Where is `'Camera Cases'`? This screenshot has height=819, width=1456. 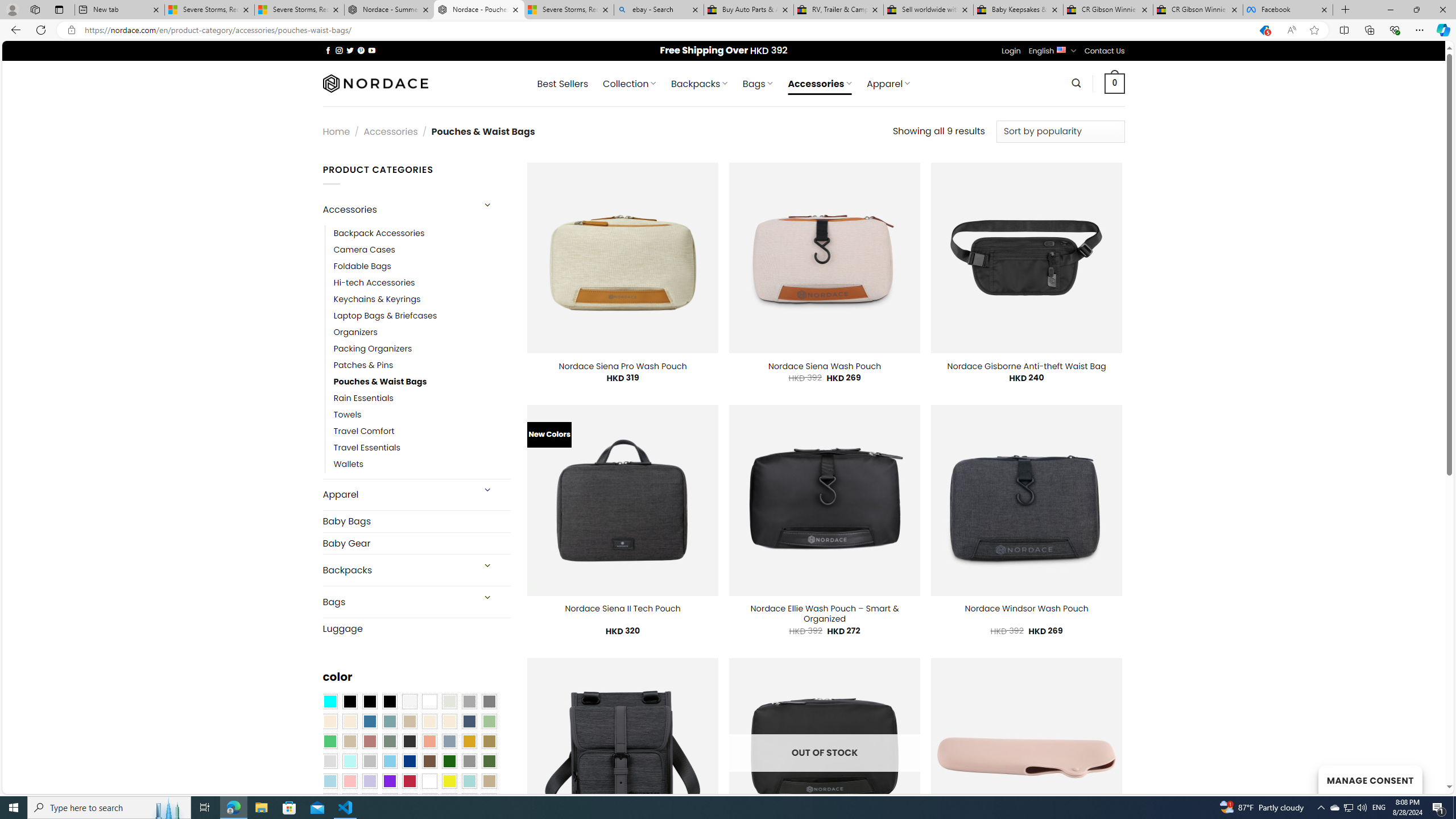 'Camera Cases' is located at coordinates (364, 249).